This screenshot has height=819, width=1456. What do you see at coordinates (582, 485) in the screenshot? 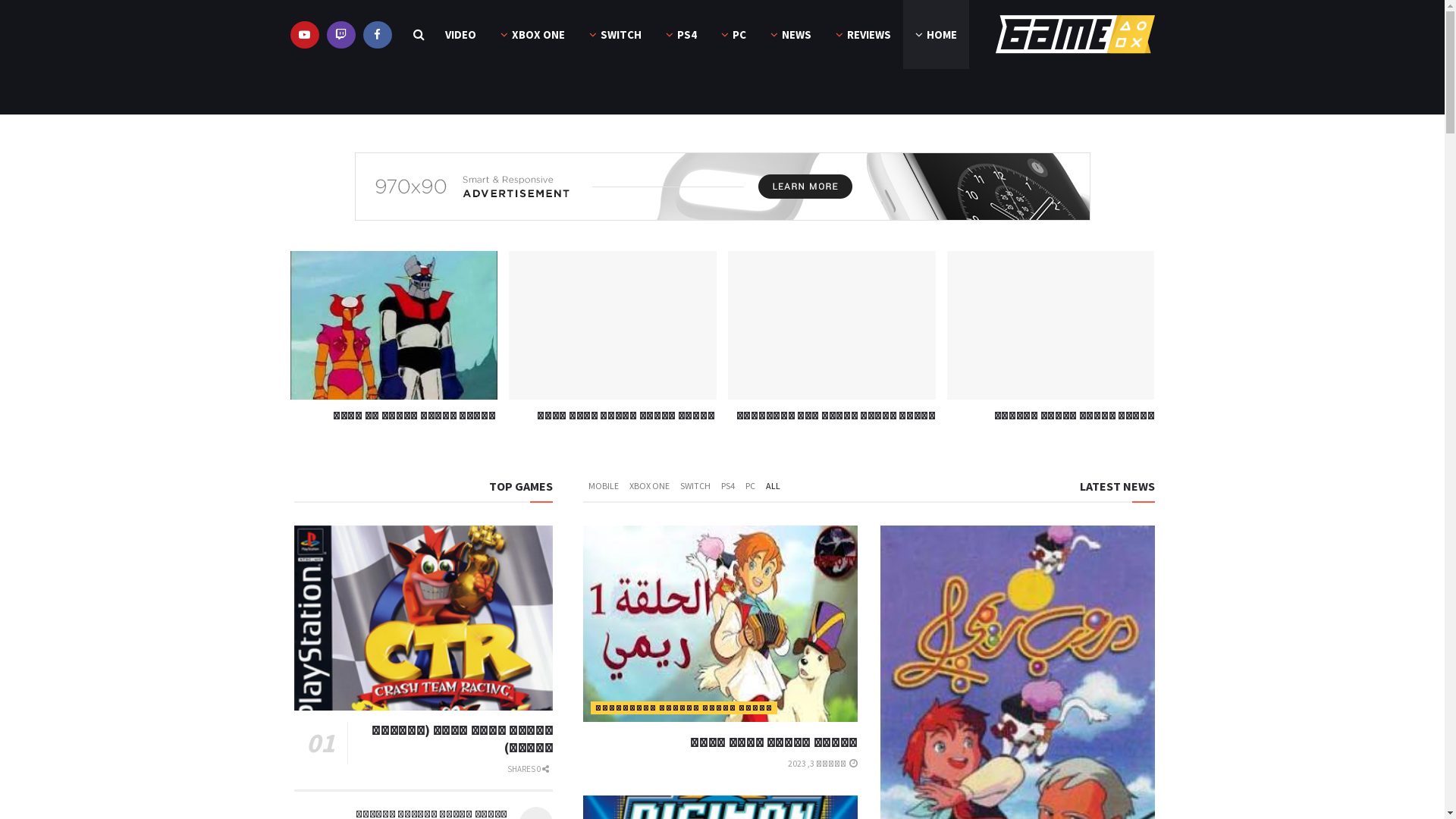
I see `'MOBILE'` at bounding box center [582, 485].